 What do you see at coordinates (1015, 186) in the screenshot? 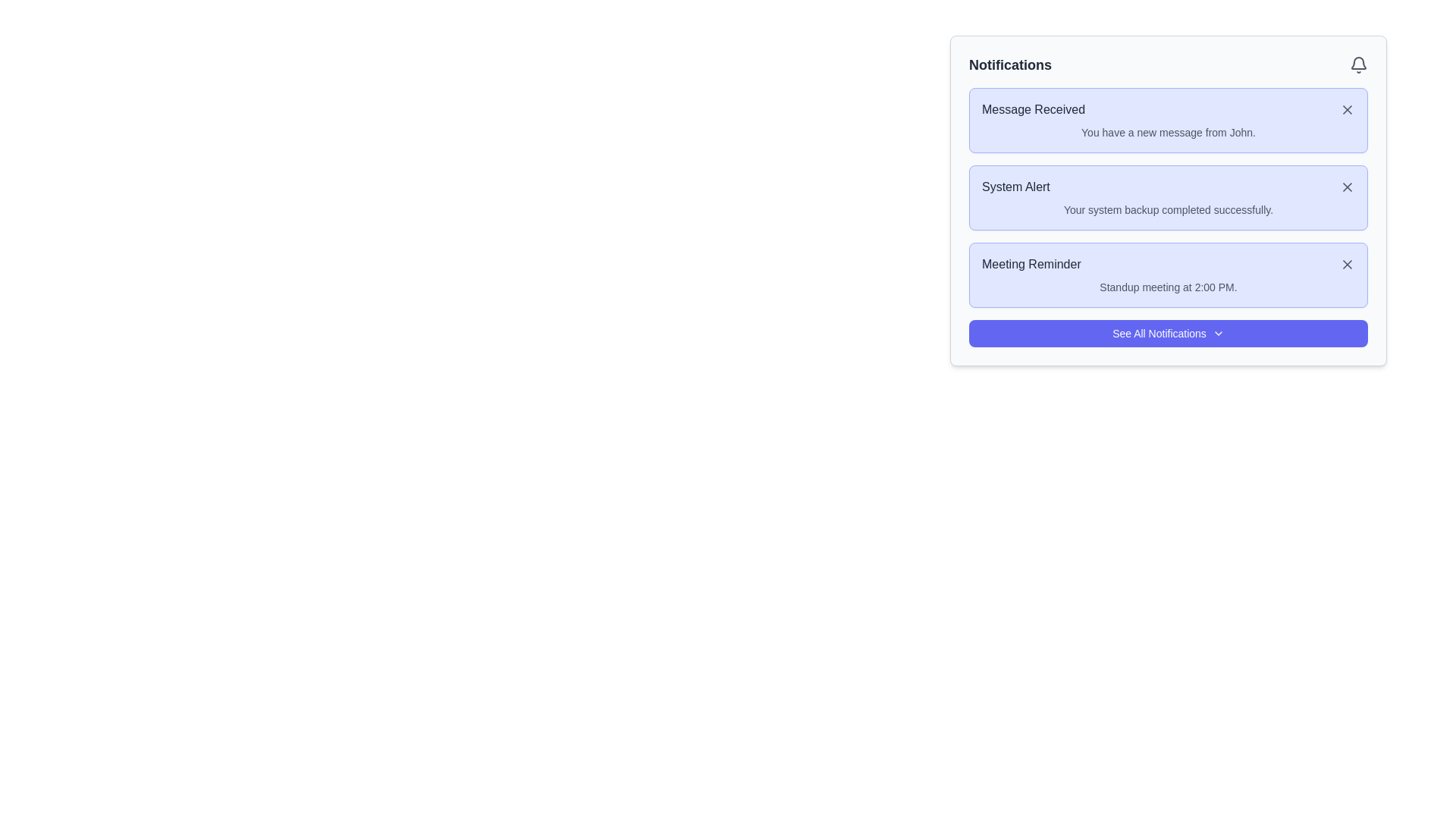
I see `the Text Label that serves as the title or header for its notification card, located in the second notification block from the top of the notification panel` at bounding box center [1015, 186].